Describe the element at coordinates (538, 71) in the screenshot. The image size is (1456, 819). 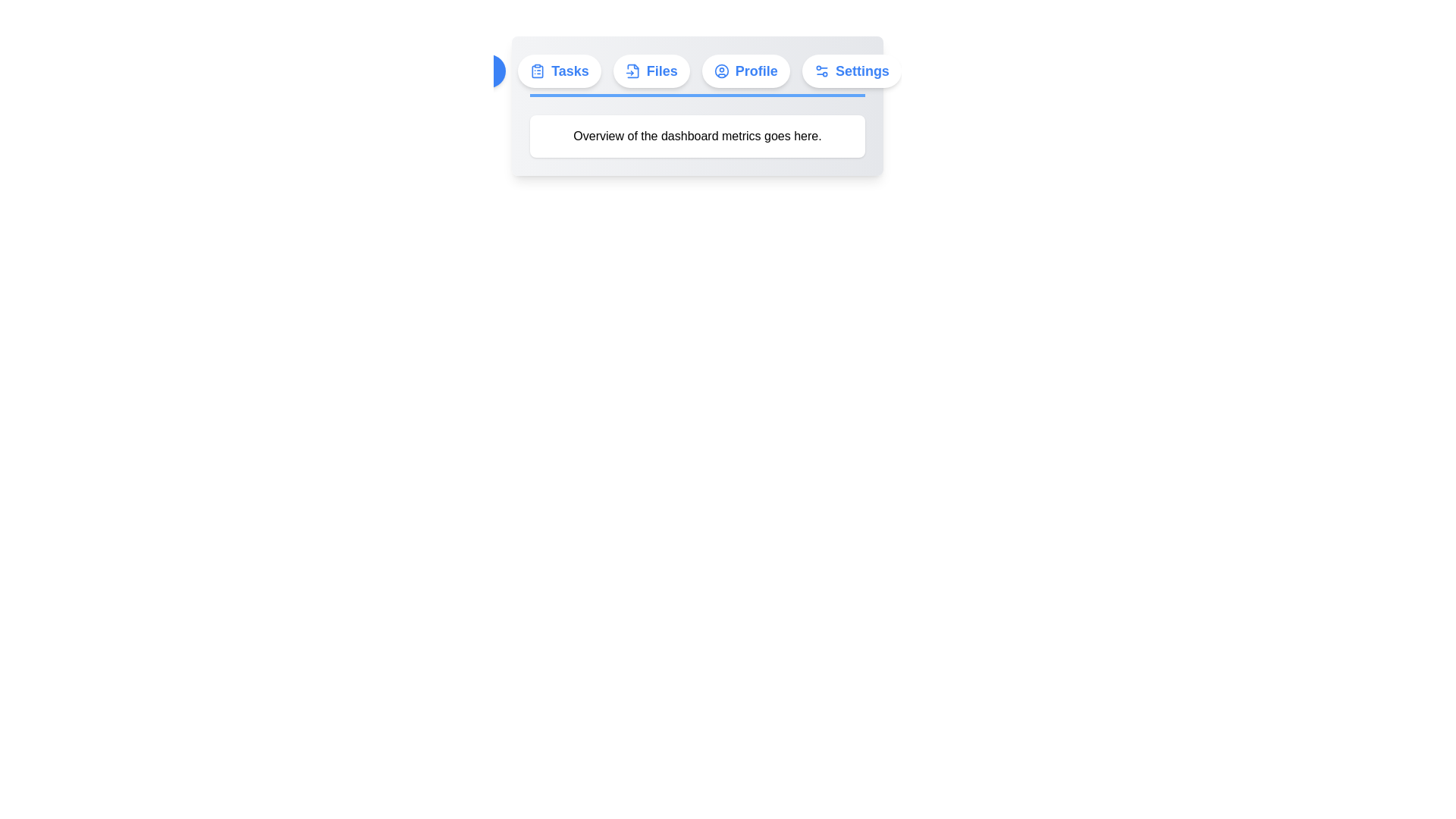
I see `the clipboard icon with a blue color fill located to the left of the 'Tasks' button in the horizontal navigation bar` at that location.